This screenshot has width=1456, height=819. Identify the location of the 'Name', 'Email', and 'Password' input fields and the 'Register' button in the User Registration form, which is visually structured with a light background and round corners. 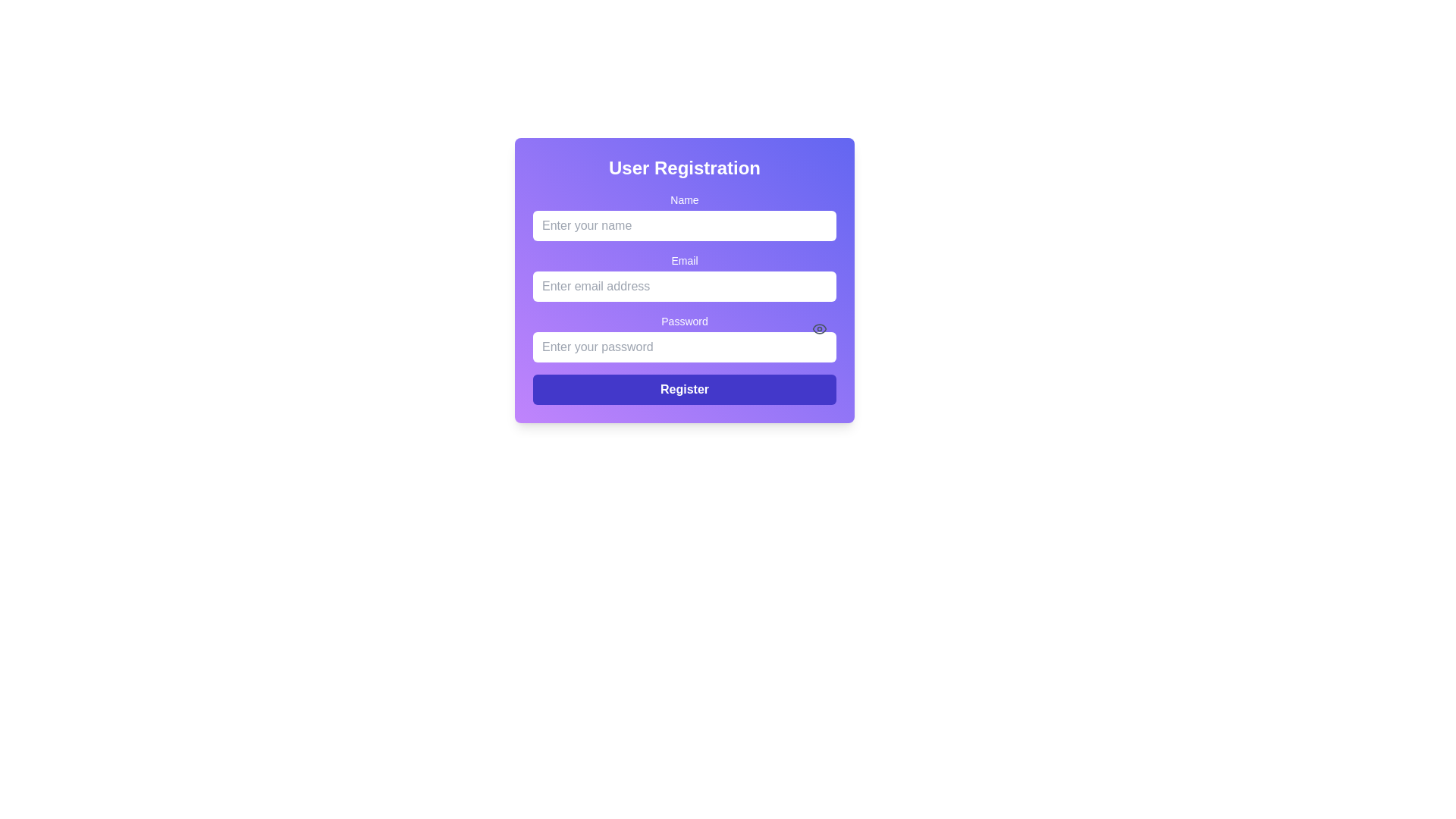
(683, 298).